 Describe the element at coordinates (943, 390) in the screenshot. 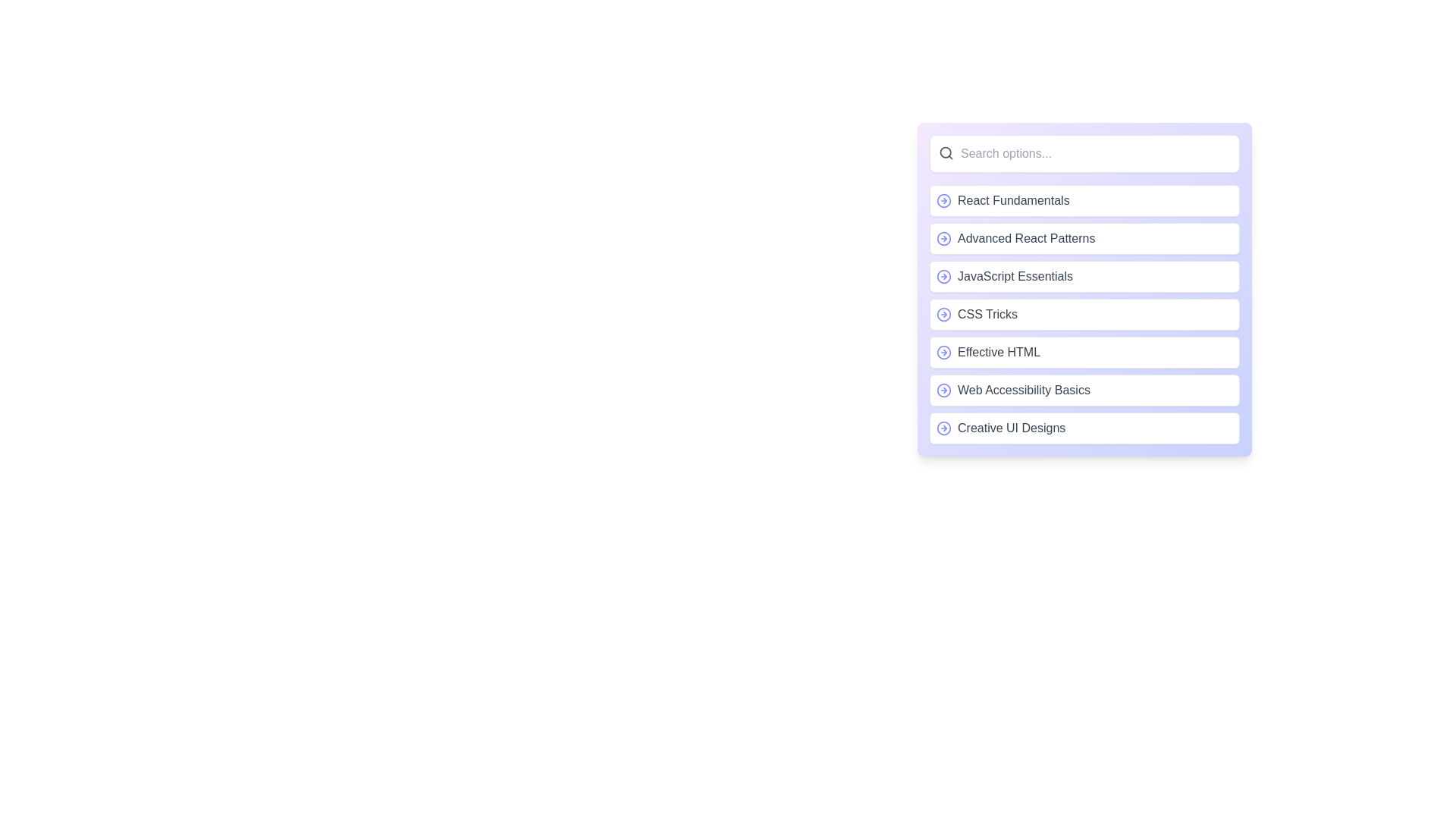

I see `the SVG-based icon element located on the left side of the 'Web Accessibility Basics' menu item, which indicates navigation to the right` at that location.